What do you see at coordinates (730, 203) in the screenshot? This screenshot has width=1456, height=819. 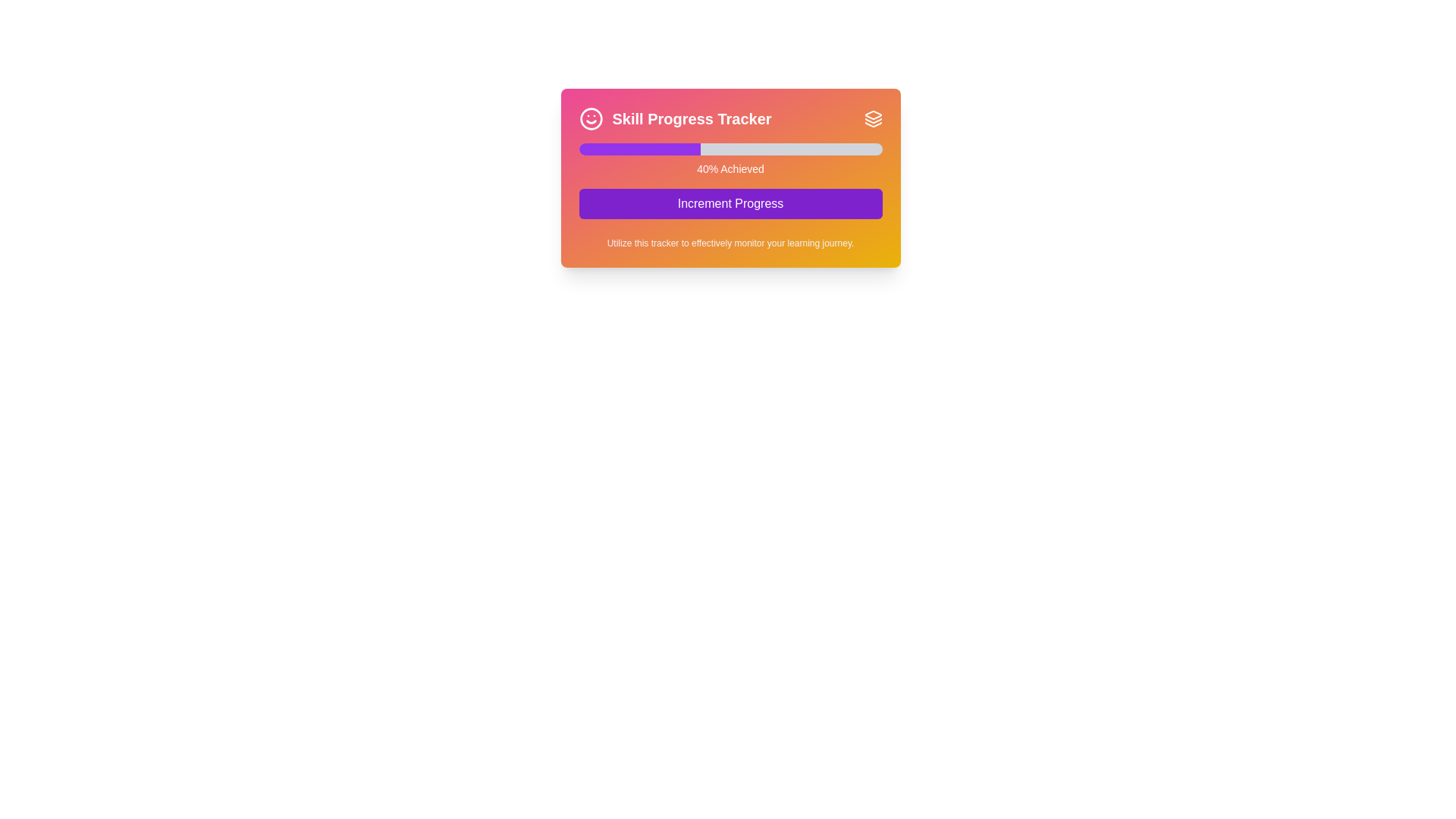 I see `the purple button labeled 'Increment Progress' for keyboard navigation` at bounding box center [730, 203].